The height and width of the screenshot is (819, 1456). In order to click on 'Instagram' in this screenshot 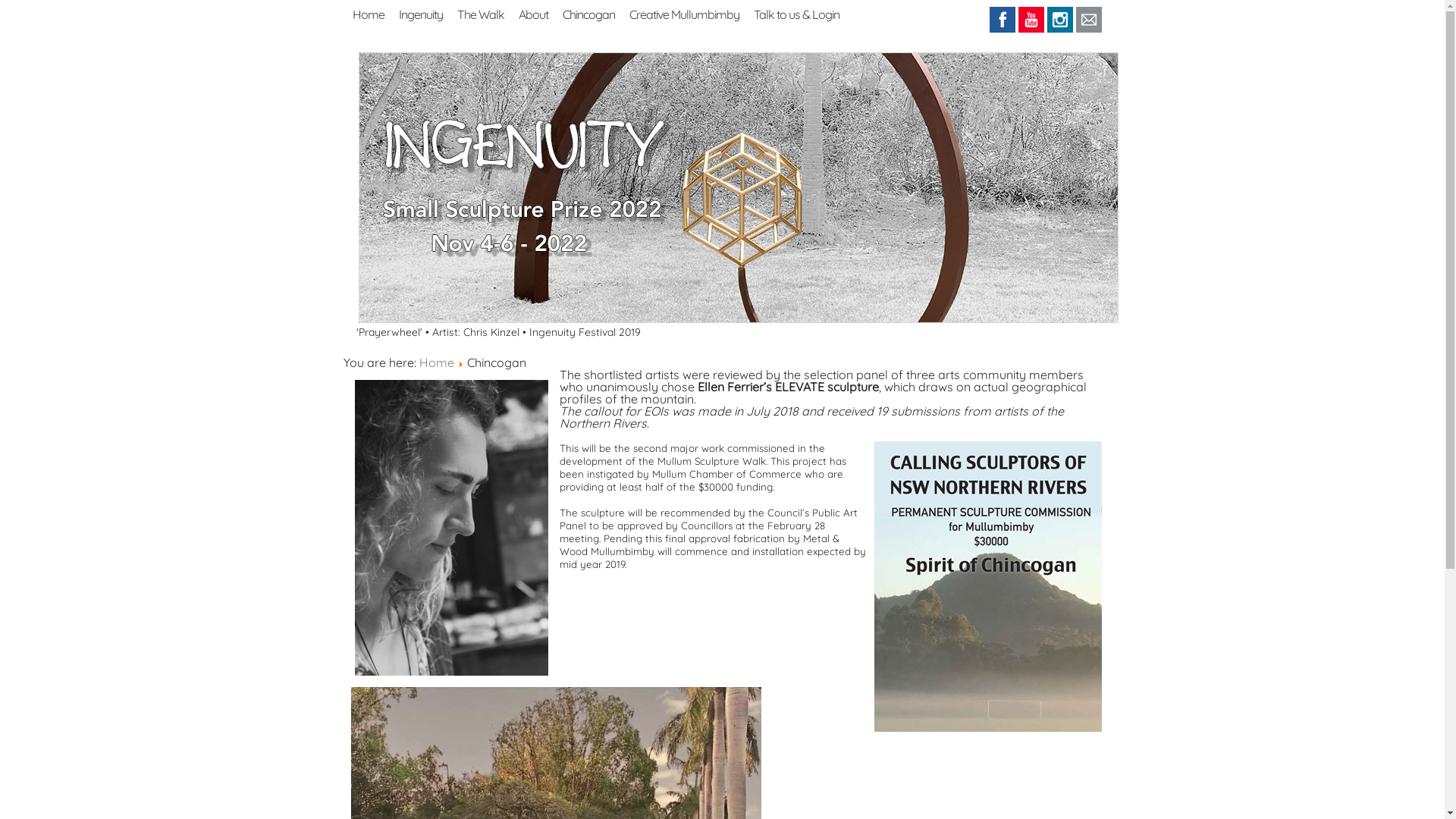, I will do `click(1059, 20)`.